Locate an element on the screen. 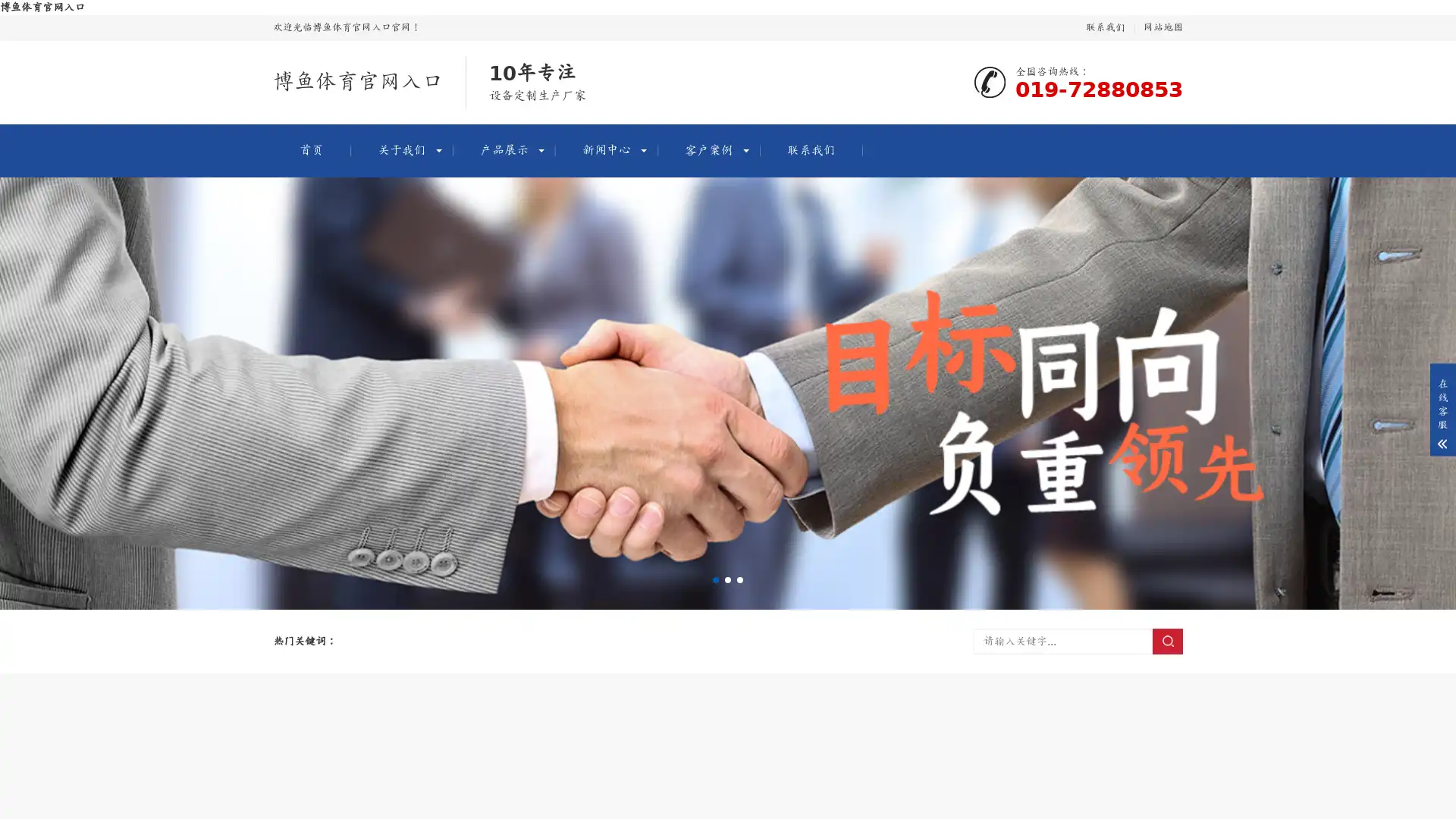  Go to slide 3 is located at coordinates (739, 579).